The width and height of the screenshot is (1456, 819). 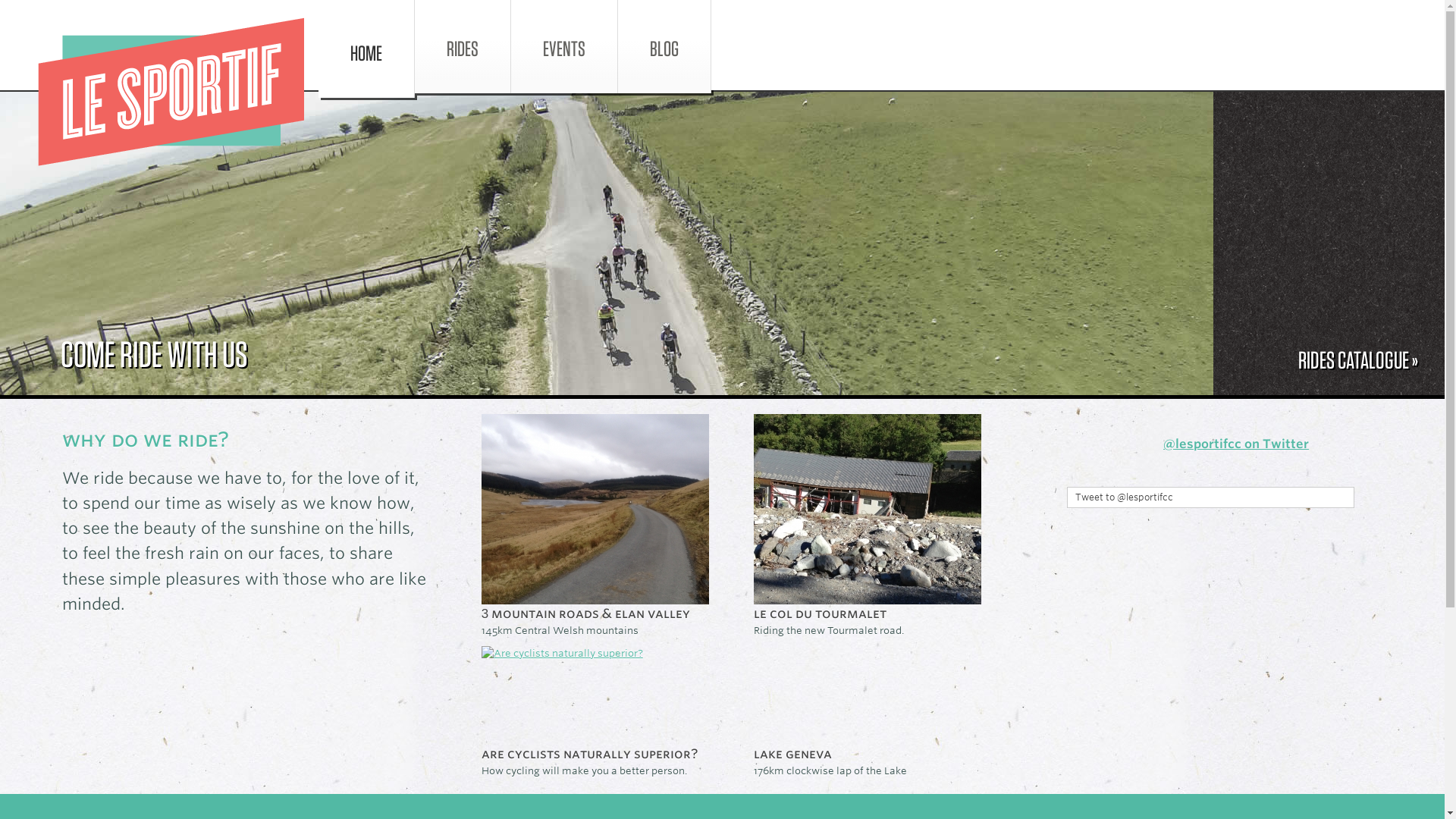 I want to click on 'EVENTS', so click(x=563, y=45).